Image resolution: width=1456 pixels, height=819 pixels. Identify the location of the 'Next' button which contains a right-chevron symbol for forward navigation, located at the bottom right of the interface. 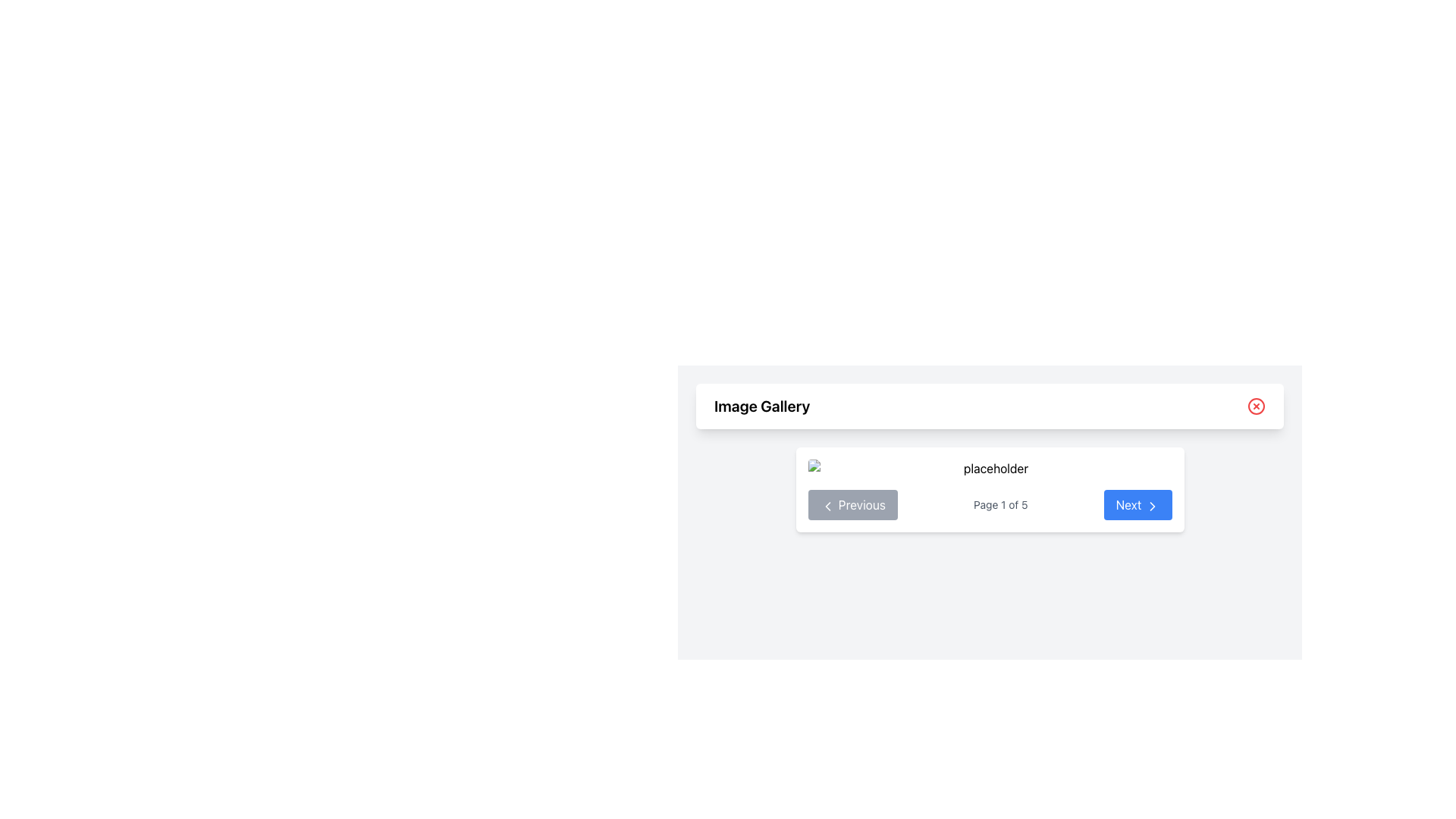
(1152, 506).